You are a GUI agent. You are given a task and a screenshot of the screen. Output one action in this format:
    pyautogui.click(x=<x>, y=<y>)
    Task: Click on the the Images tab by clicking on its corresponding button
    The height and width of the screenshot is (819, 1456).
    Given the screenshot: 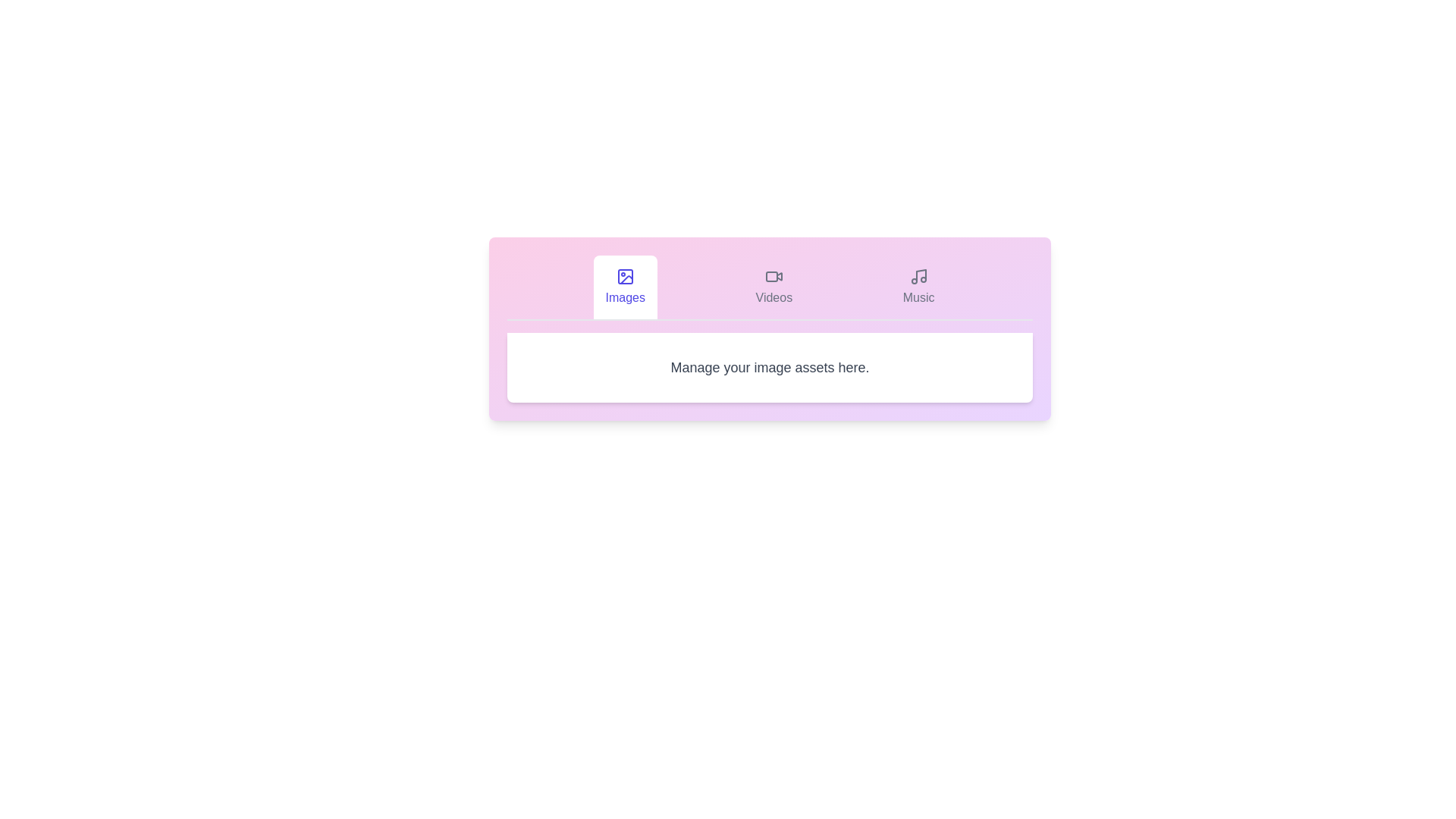 What is the action you would take?
    pyautogui.click(x=625, y=287)
    